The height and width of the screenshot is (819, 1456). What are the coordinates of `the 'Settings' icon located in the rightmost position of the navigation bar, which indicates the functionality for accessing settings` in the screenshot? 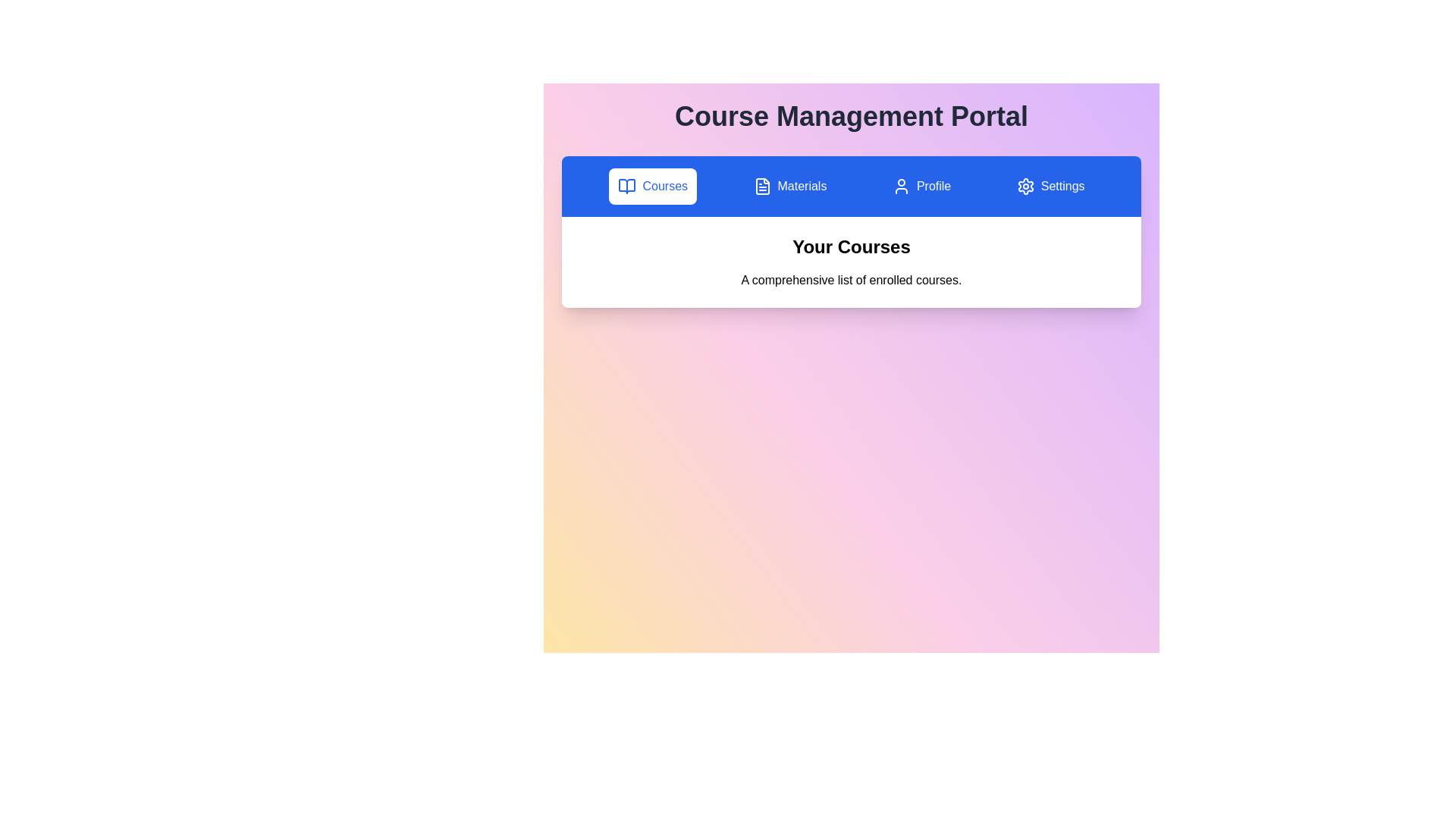 It's located at (1025, 186).